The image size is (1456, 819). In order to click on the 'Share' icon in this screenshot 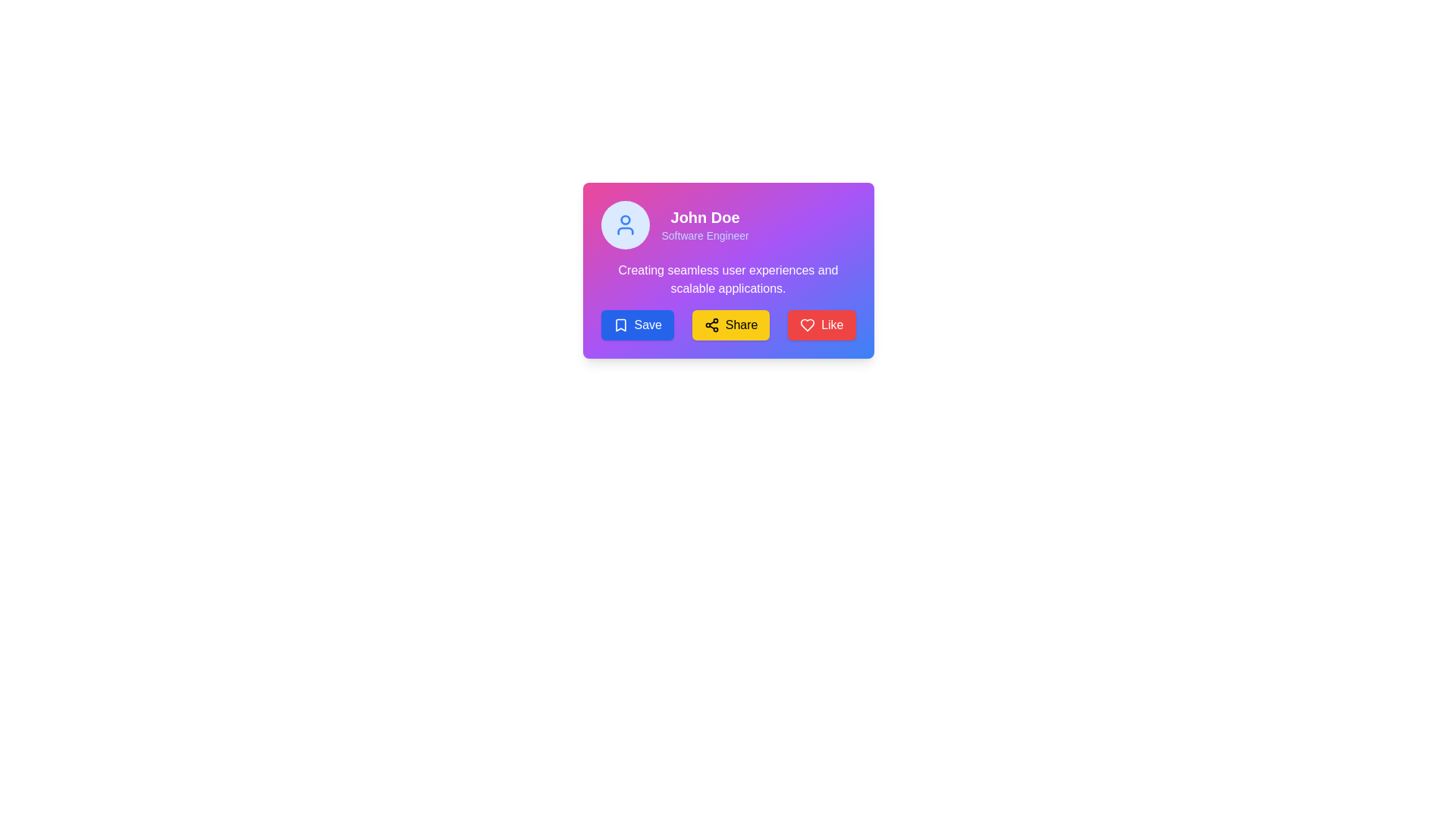, I will do `click(711, 324)`.